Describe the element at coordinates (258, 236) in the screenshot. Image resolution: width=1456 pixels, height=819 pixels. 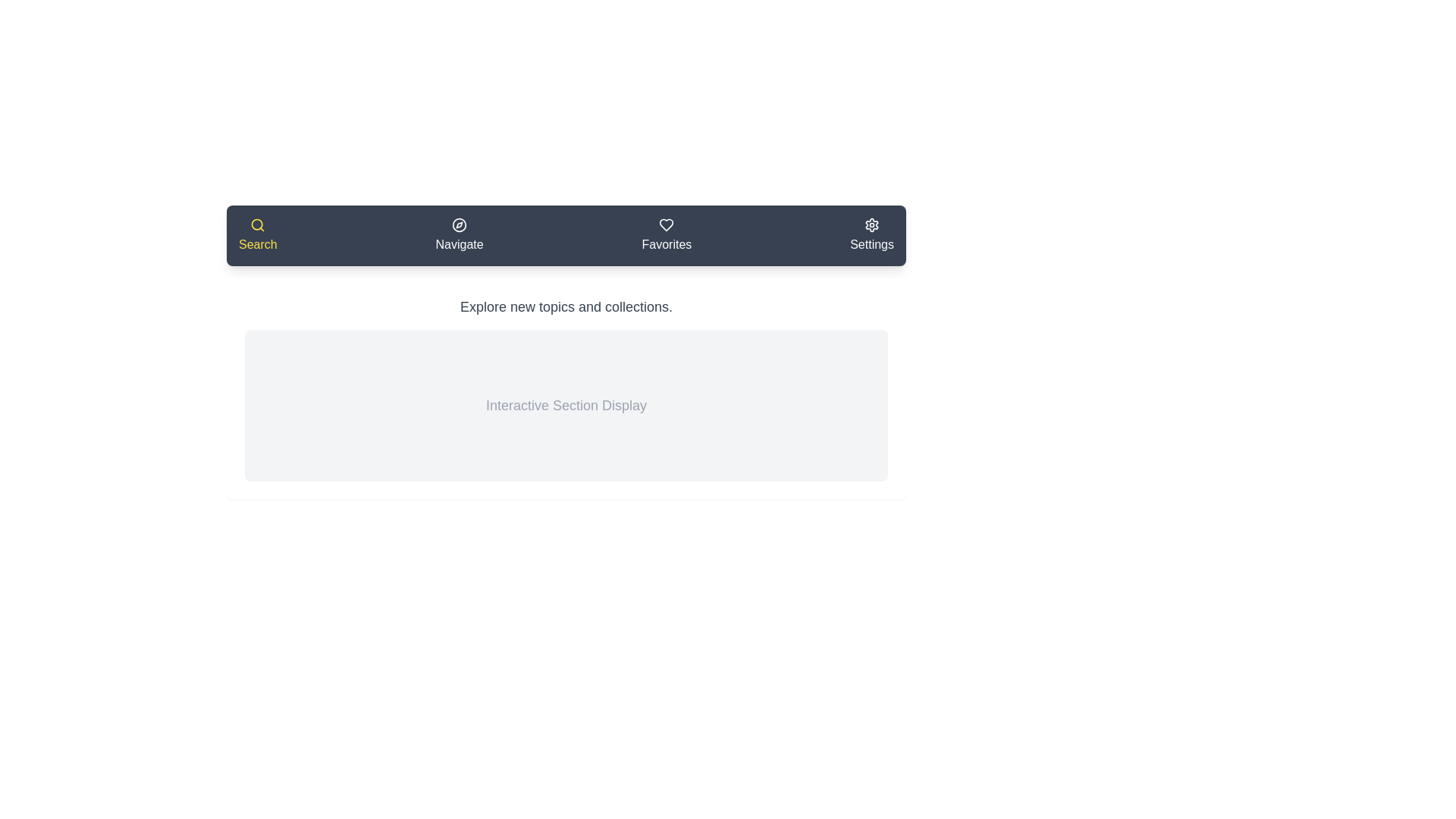
I see `the Search tab to switch to its section` at that location.